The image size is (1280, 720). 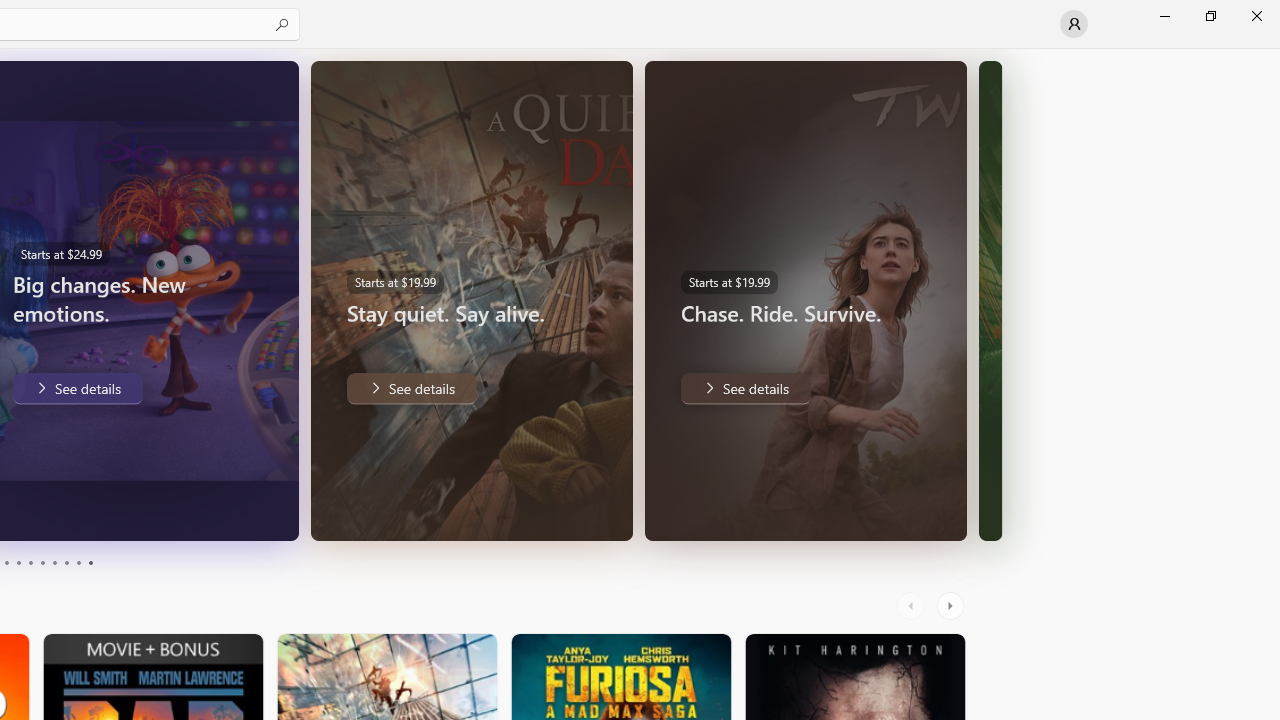 I want to click on 'Close Microsoft Store', so click(x=1255, y=15).